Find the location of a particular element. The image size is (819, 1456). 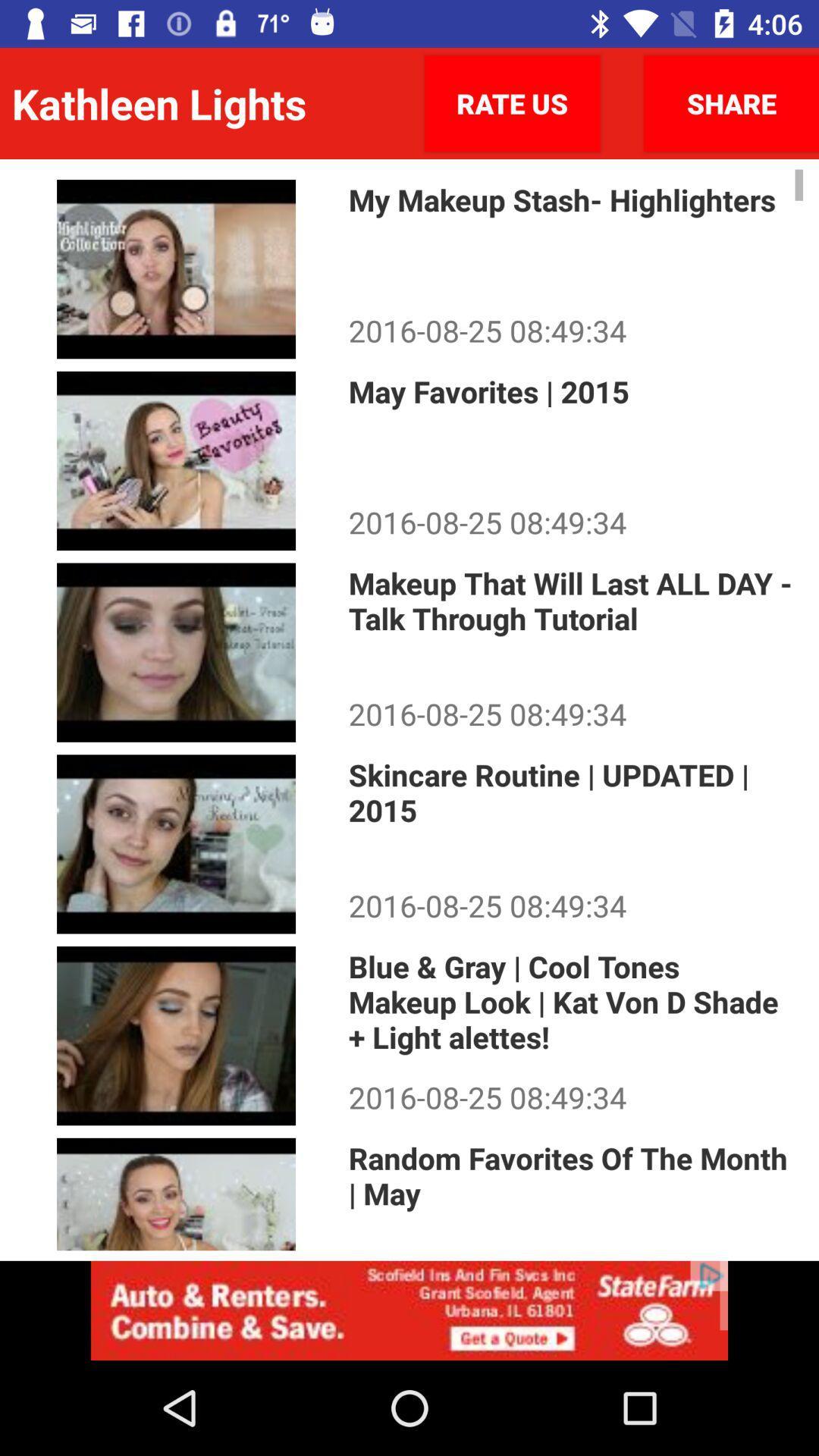

bottom advertisement is located at coordinates (409, 1310).